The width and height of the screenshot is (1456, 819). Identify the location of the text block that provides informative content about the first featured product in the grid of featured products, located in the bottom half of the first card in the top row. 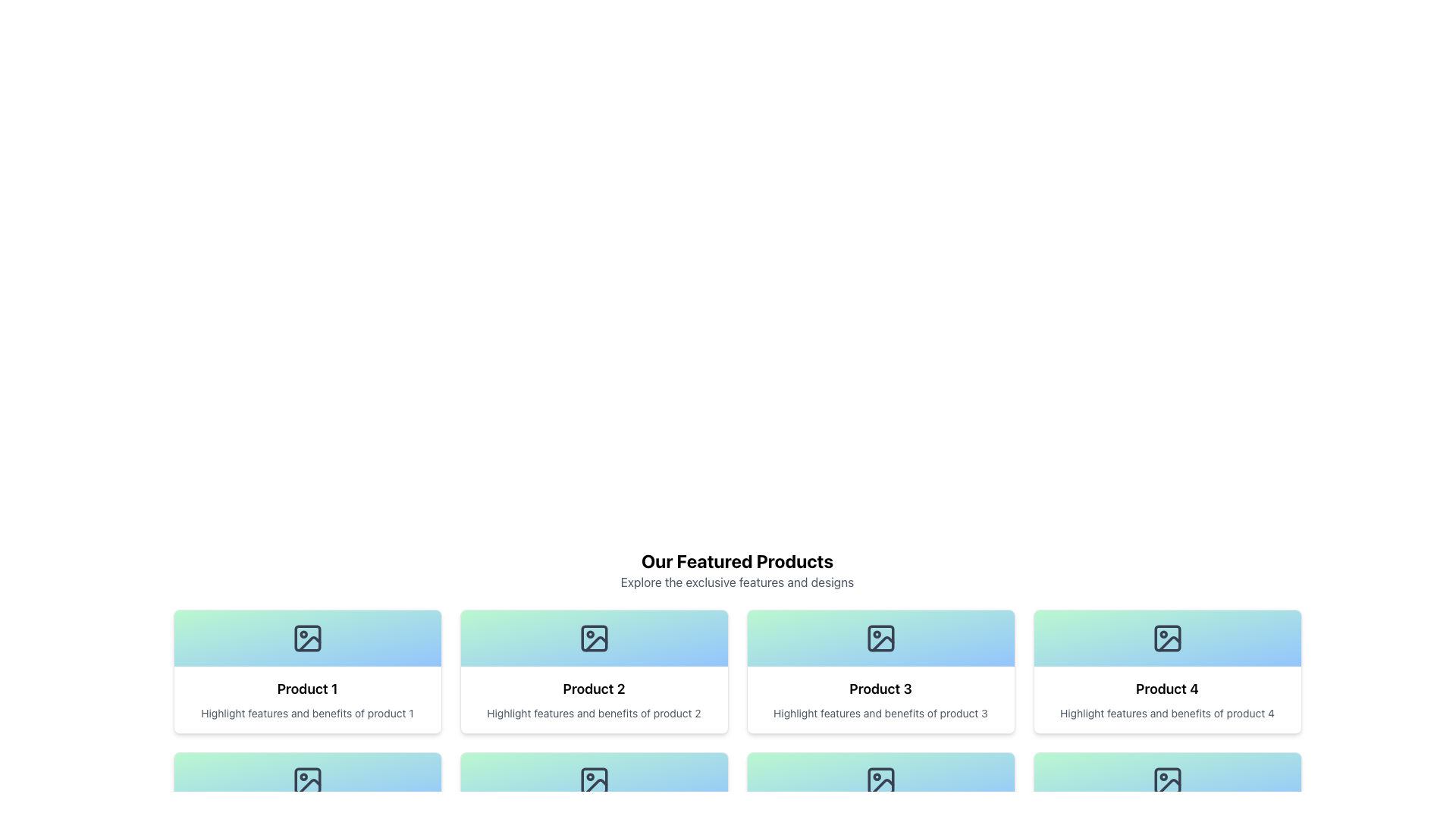
(306, 699).